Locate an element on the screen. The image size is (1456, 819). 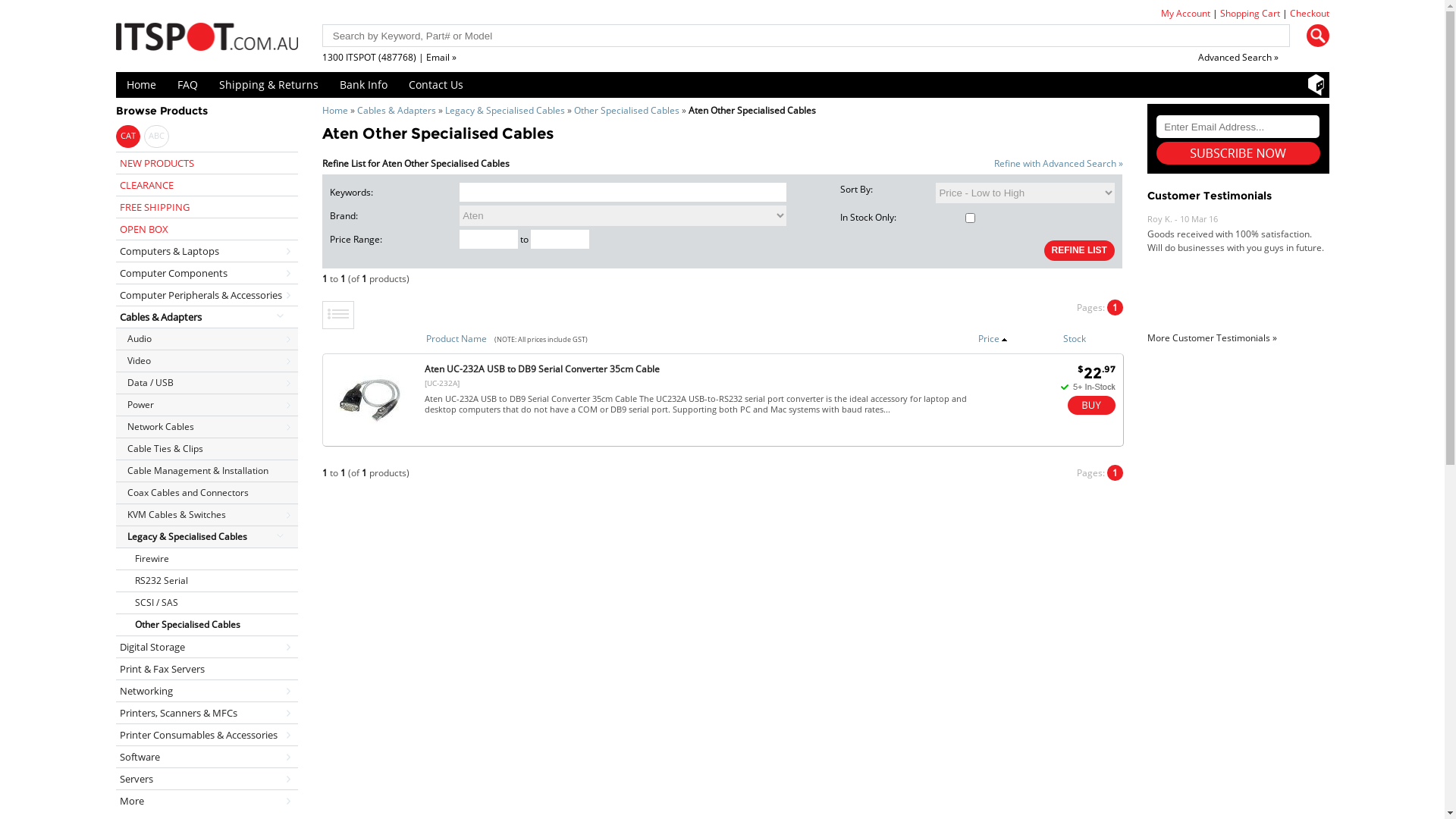
'Shopbot' is located at coordinates (1314, 84).